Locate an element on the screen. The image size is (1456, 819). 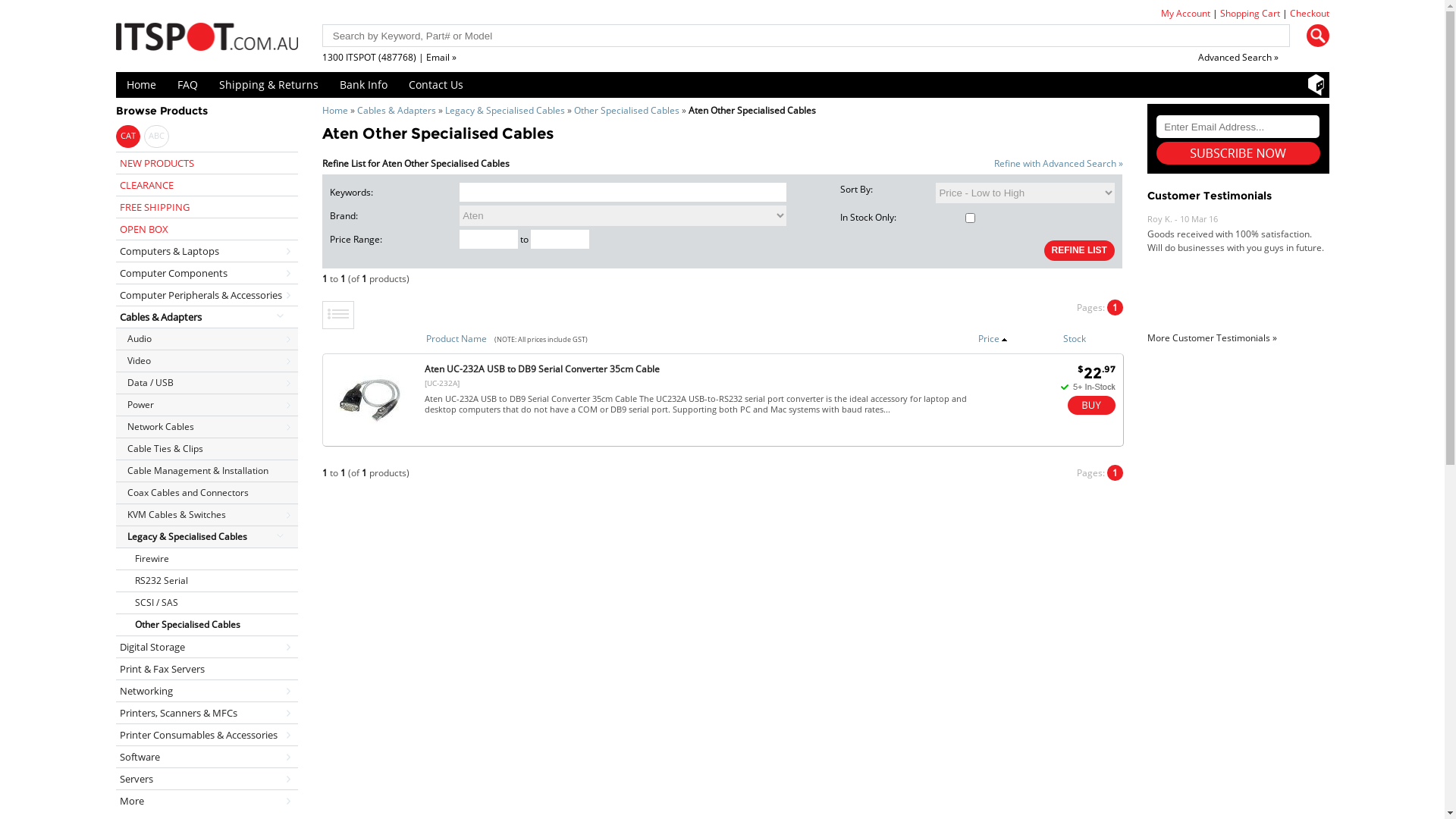
'Shopbot' is located at coordinates (1314, 84).